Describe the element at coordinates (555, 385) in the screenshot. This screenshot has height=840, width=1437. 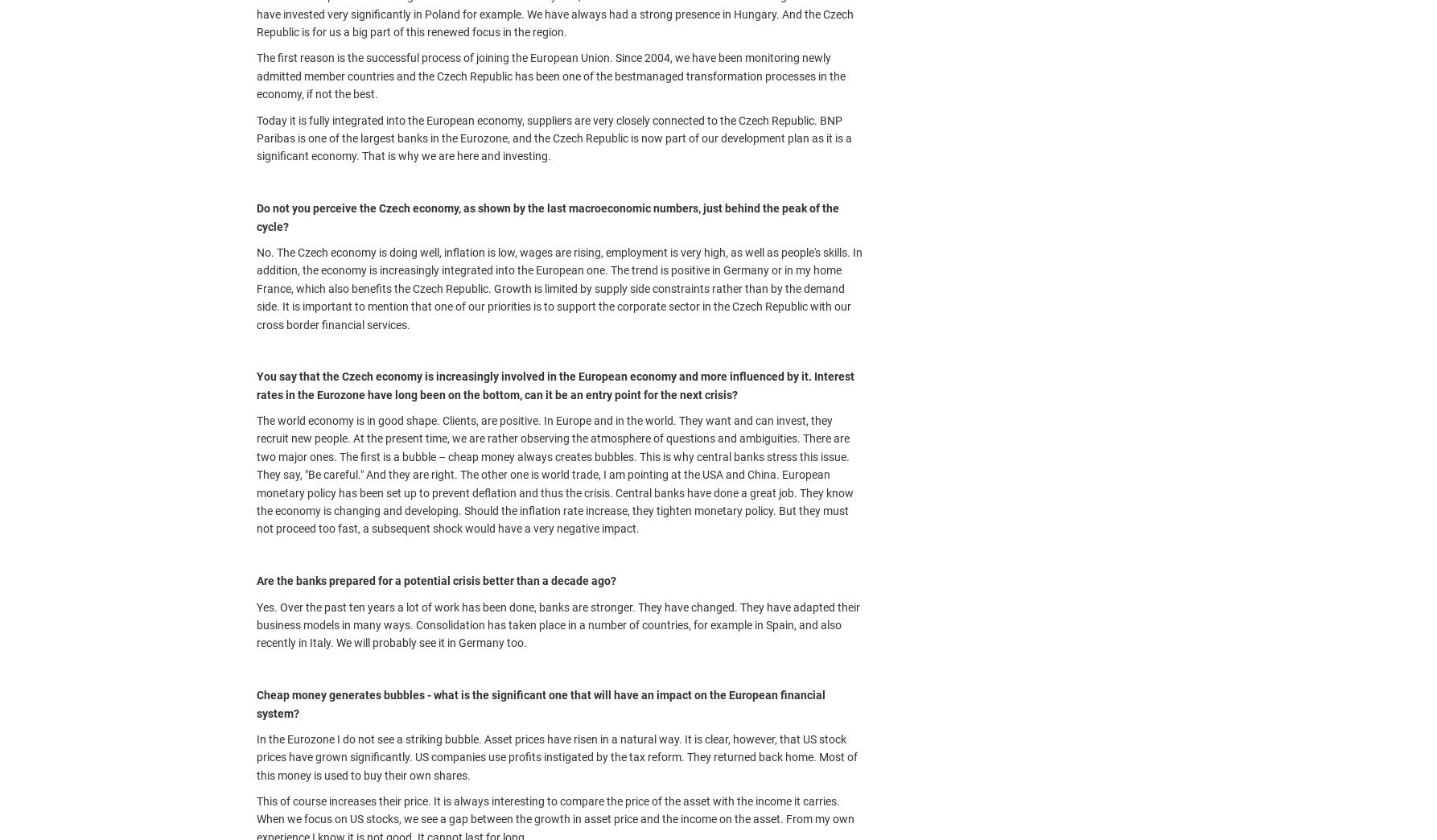
I see `'You say that the Czech economy is increasingly involved in the European economy and more influenced by it. Interest rates in the Eurozone have long been on the bottom, can it be an entry point for the next crisis?'` at that location.